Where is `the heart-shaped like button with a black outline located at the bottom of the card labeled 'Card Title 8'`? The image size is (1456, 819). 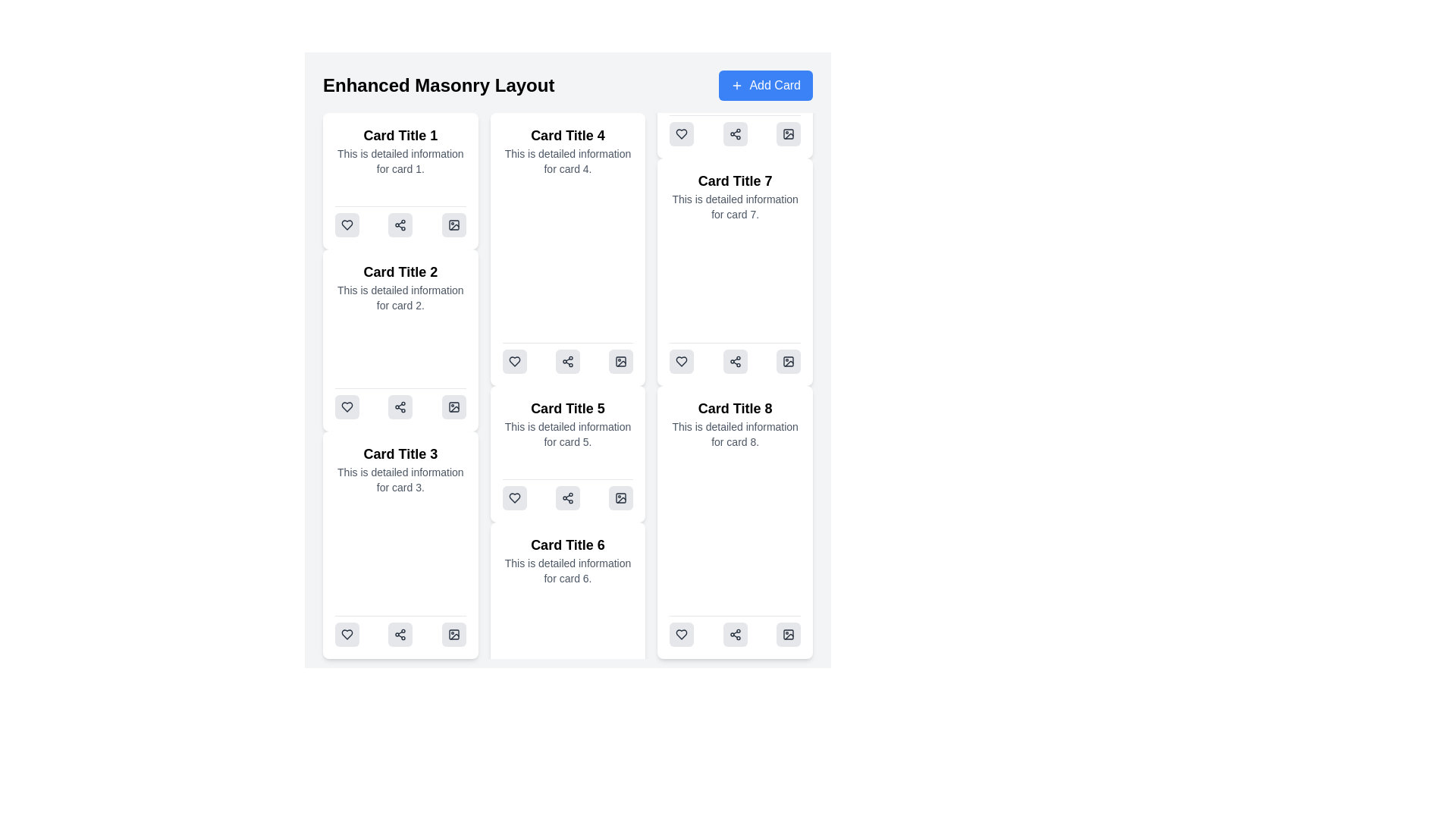 the heart-shaped like button with a black outline located at the bottom of the card labeled 'Card Title 8' is located at coordinates (681, 362).